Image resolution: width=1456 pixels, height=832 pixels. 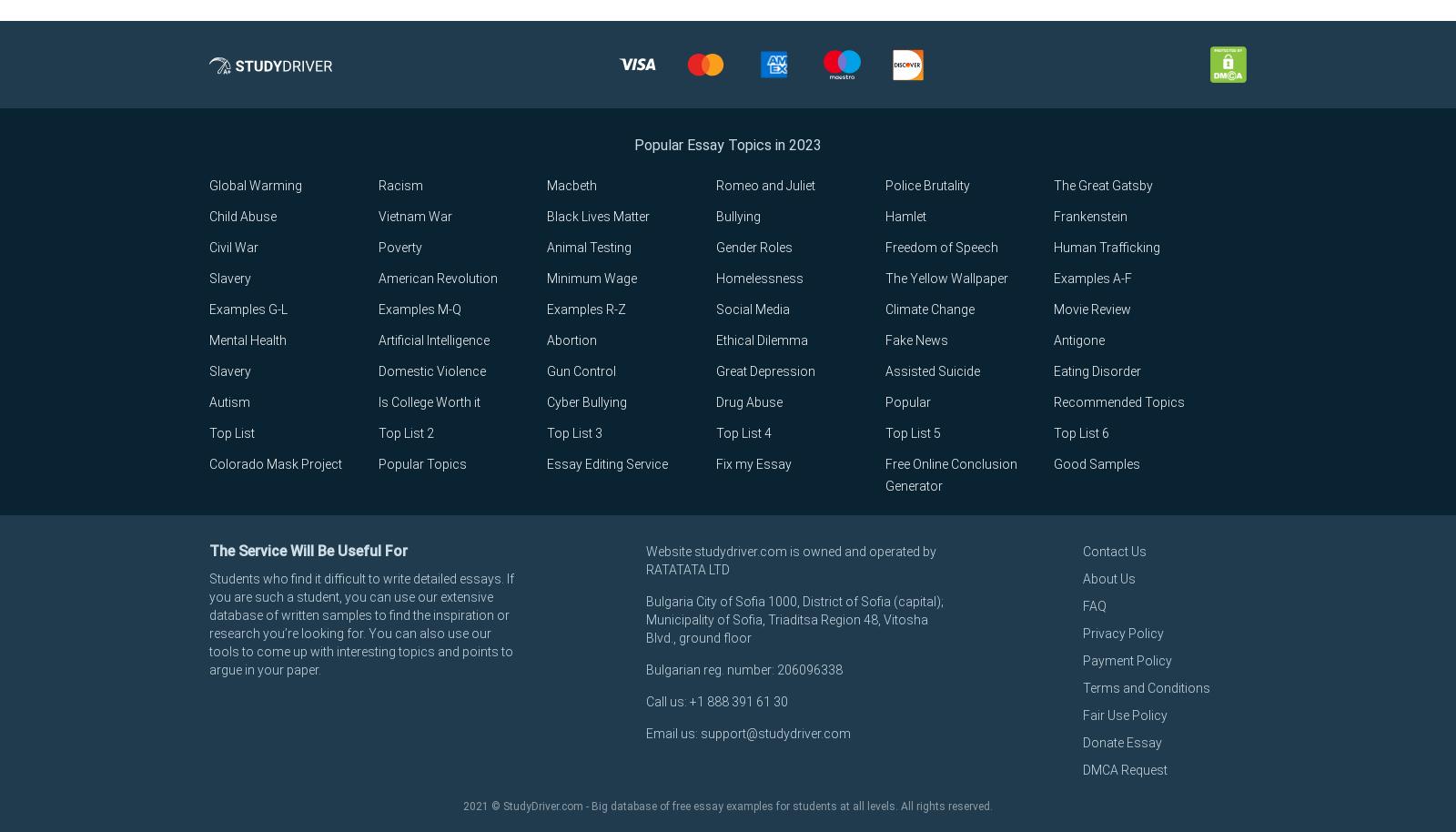 I want to click on 'Great Depression', so click(x=763, y=371).